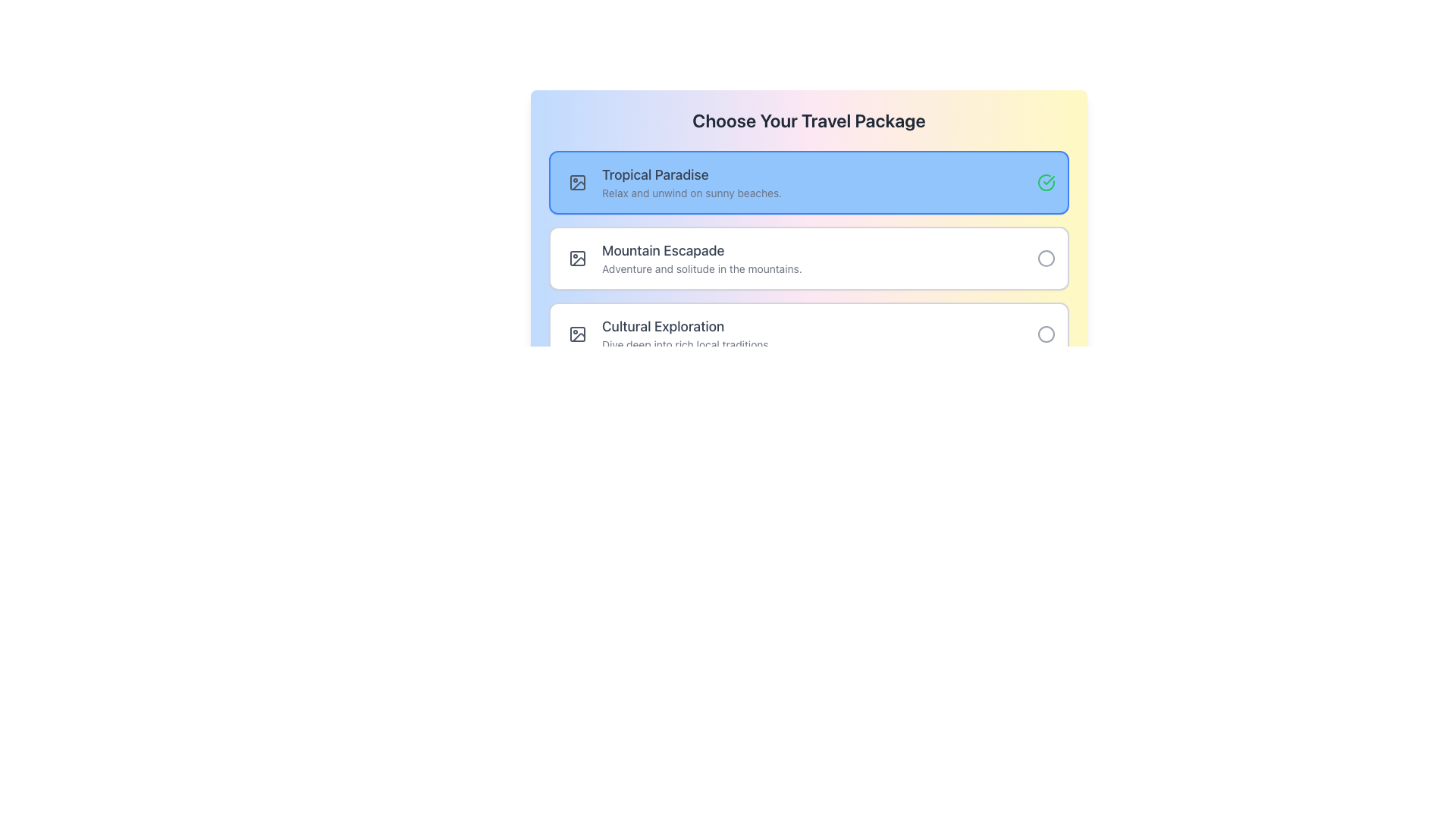 The width and height of the screenshot is (1456, 819). What do you see at coordinates (1048, 180) in the screenshot?
I see `the checkmark SVG icon located at the top-right corner of the blue-highlighted 'Tropical Paradise' selection card to indicate that the option is selected` at bounding box center [1048, 180].